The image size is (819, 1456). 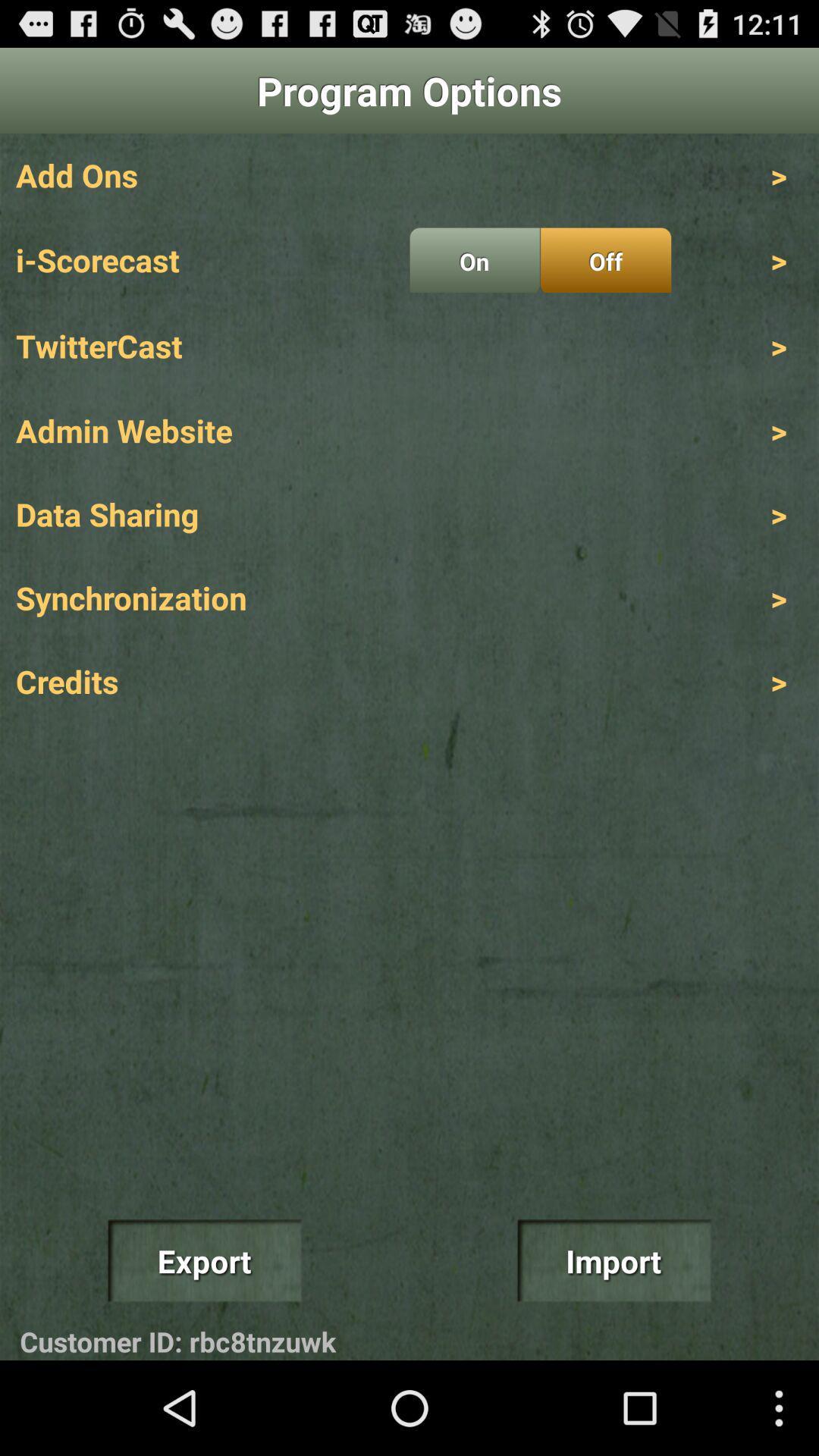 I want to click on the icon next to >, so click(x=605, y=260).